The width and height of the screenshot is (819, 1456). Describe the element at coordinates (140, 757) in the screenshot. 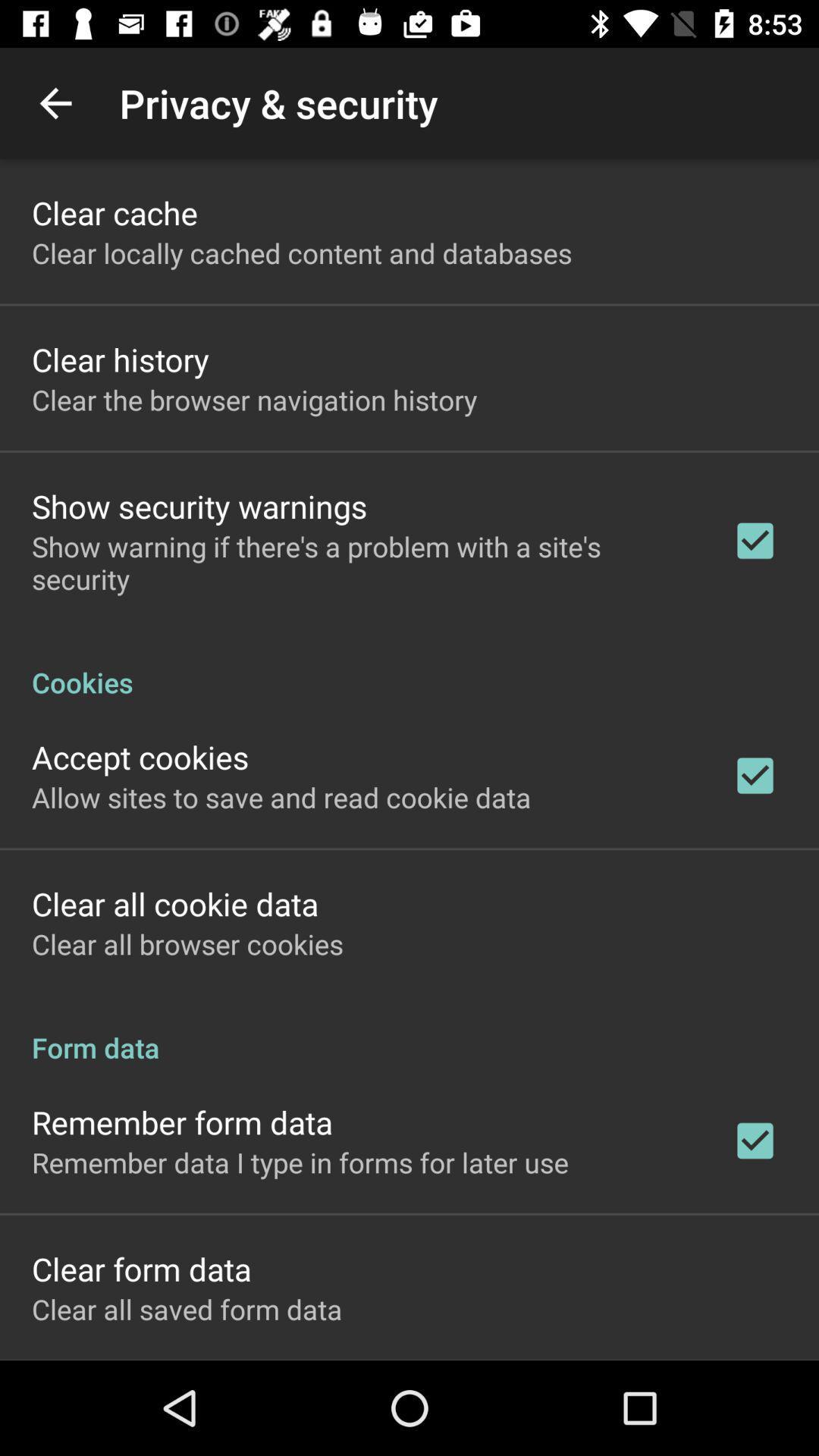

I see `accept cookies icon` at that location.